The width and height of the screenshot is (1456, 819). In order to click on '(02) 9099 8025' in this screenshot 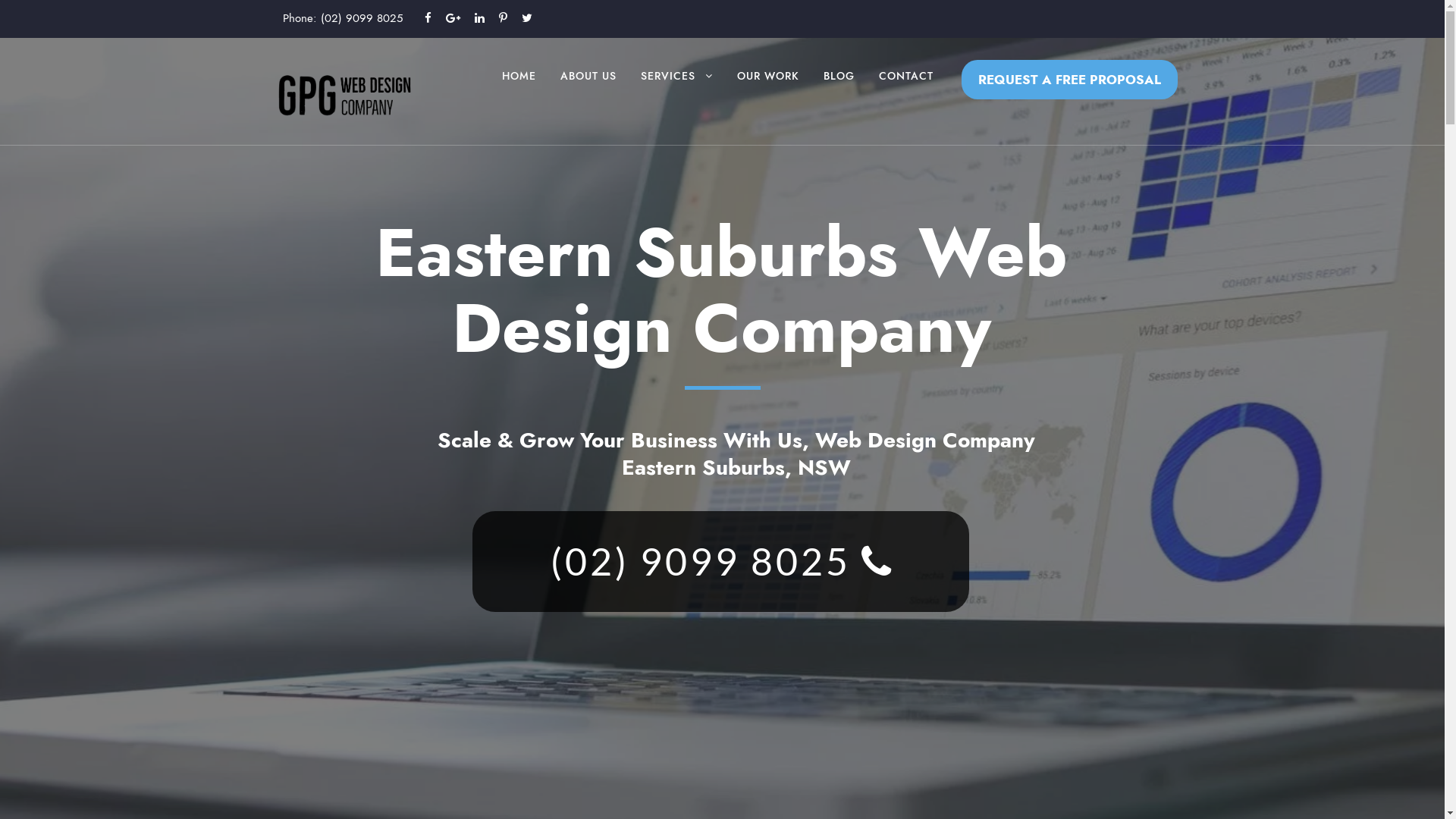, I will do `click(719, 561)`.